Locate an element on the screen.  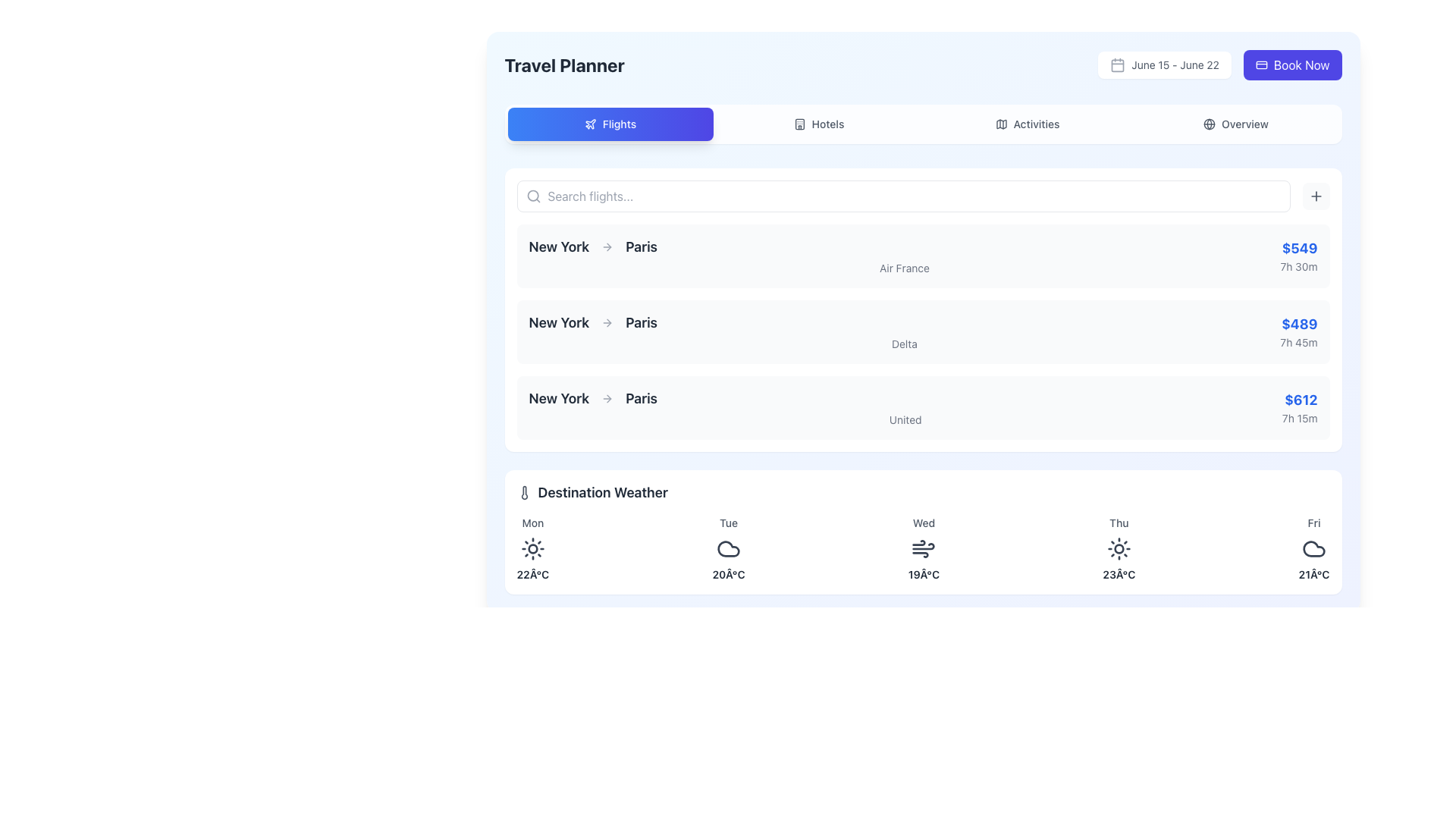
the date range text display located at the top-right corner of the interface, inside a white rectangular card with rounded edges, adjacent to the blue 'Book Now' button and containing a small calendar icon on its left is located at coordinates (1175, 64).